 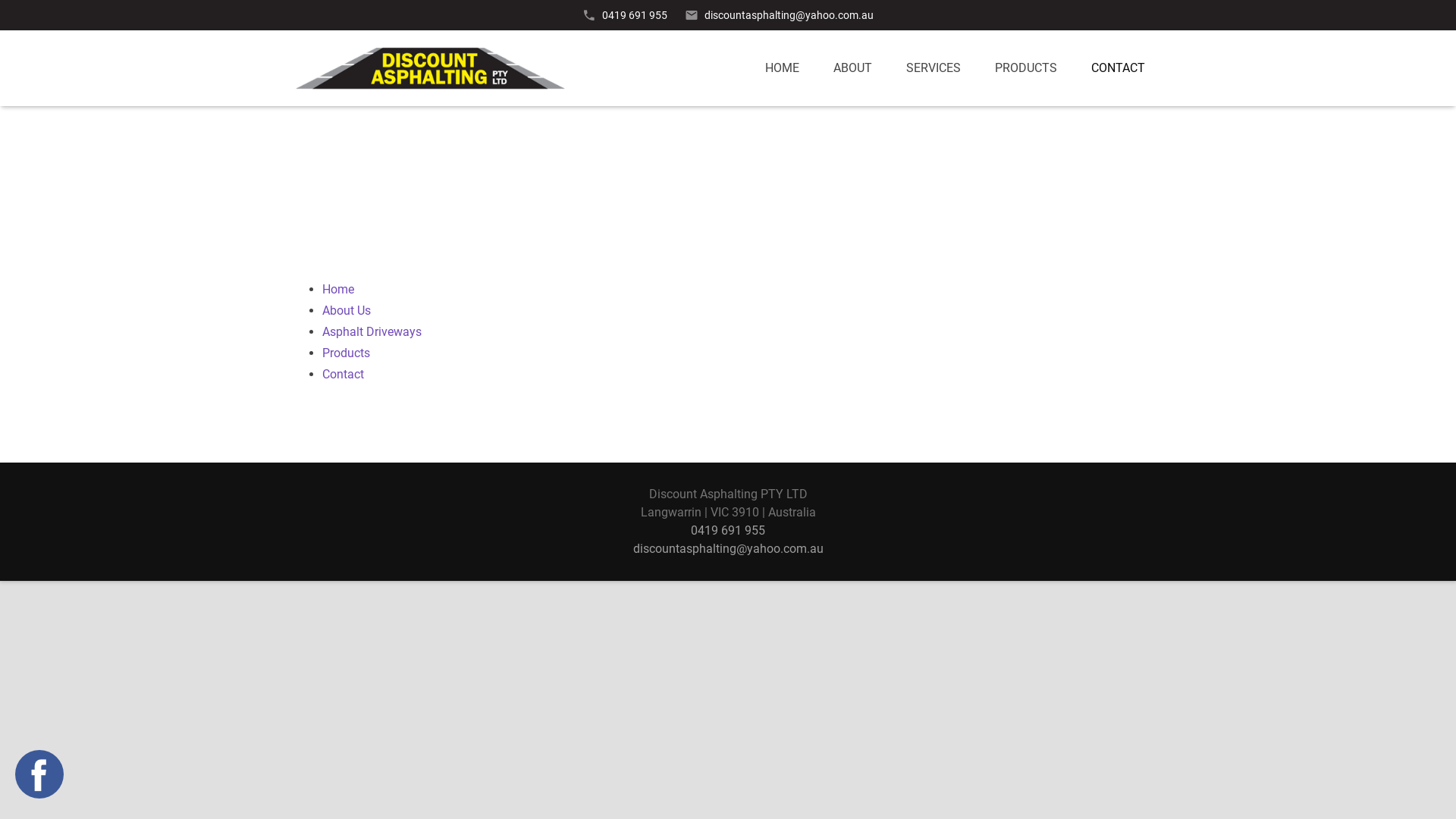 What do you see at coordinates (782, 67) in the screenshot?
I see `'HOME'` at bounding box center [782, 67].